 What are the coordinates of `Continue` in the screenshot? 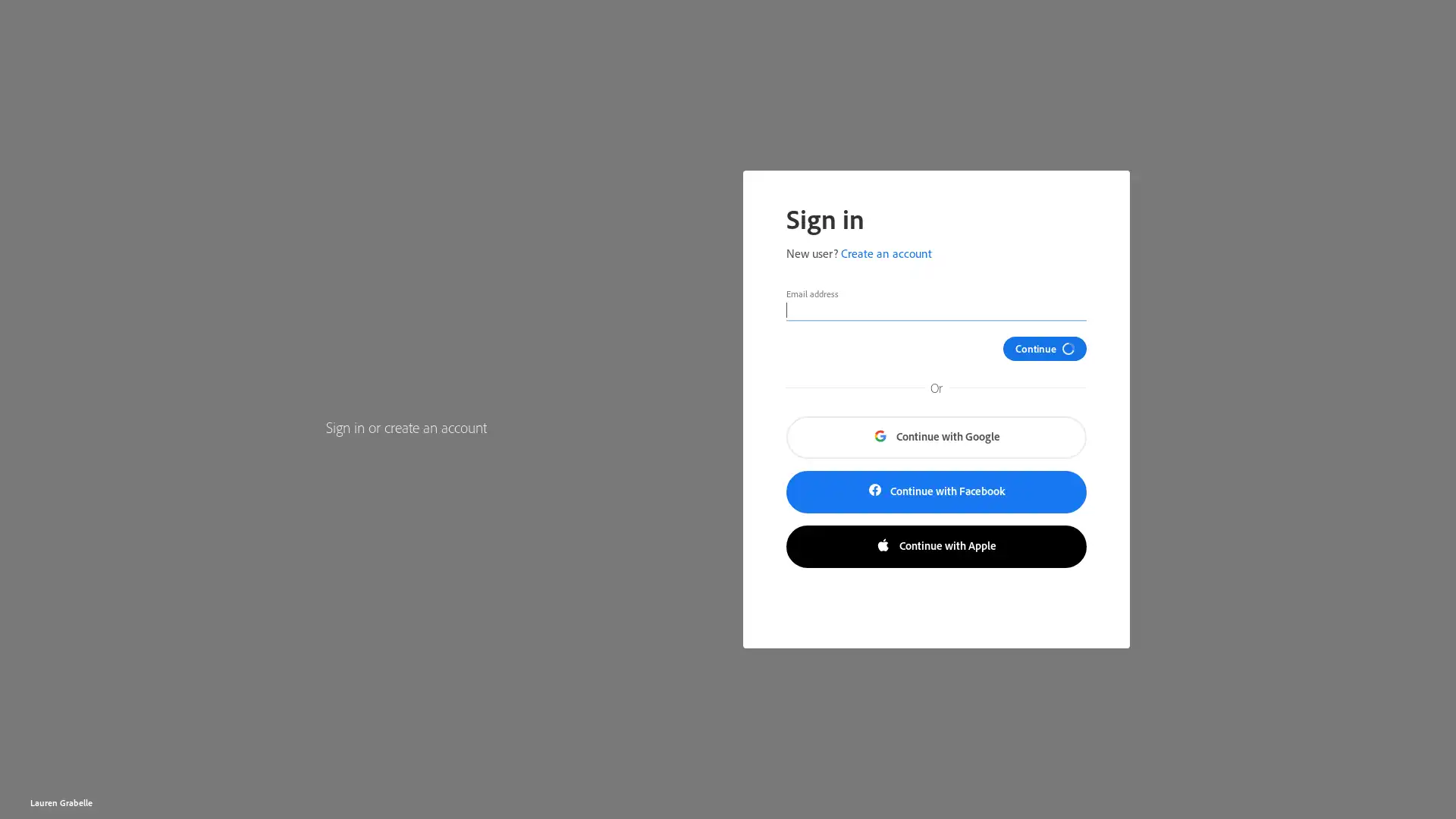 It's located at (1053, 348).